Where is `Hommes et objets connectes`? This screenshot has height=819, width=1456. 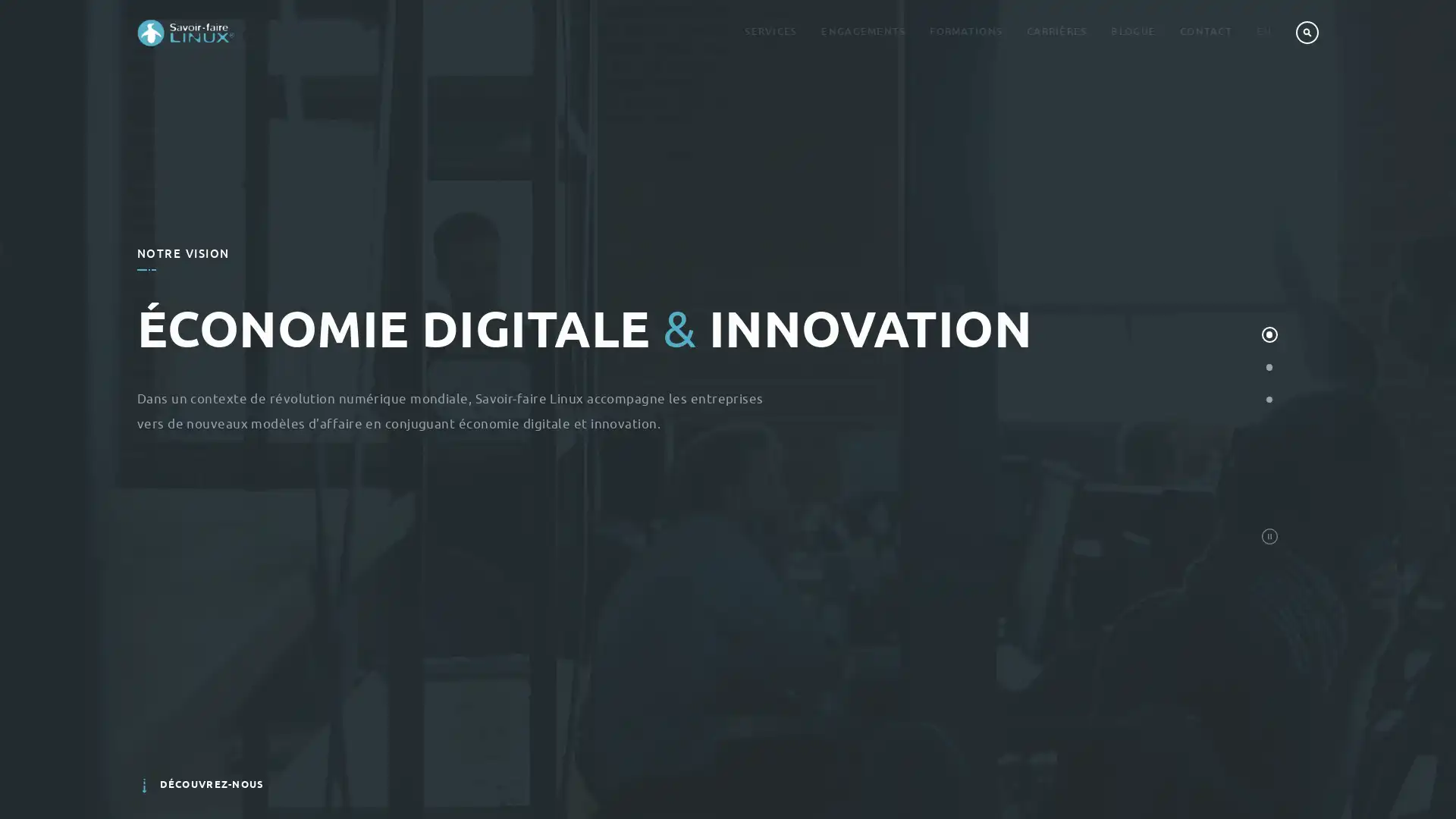
Hommes et objets connectes is located at coordinates (1269, 366).